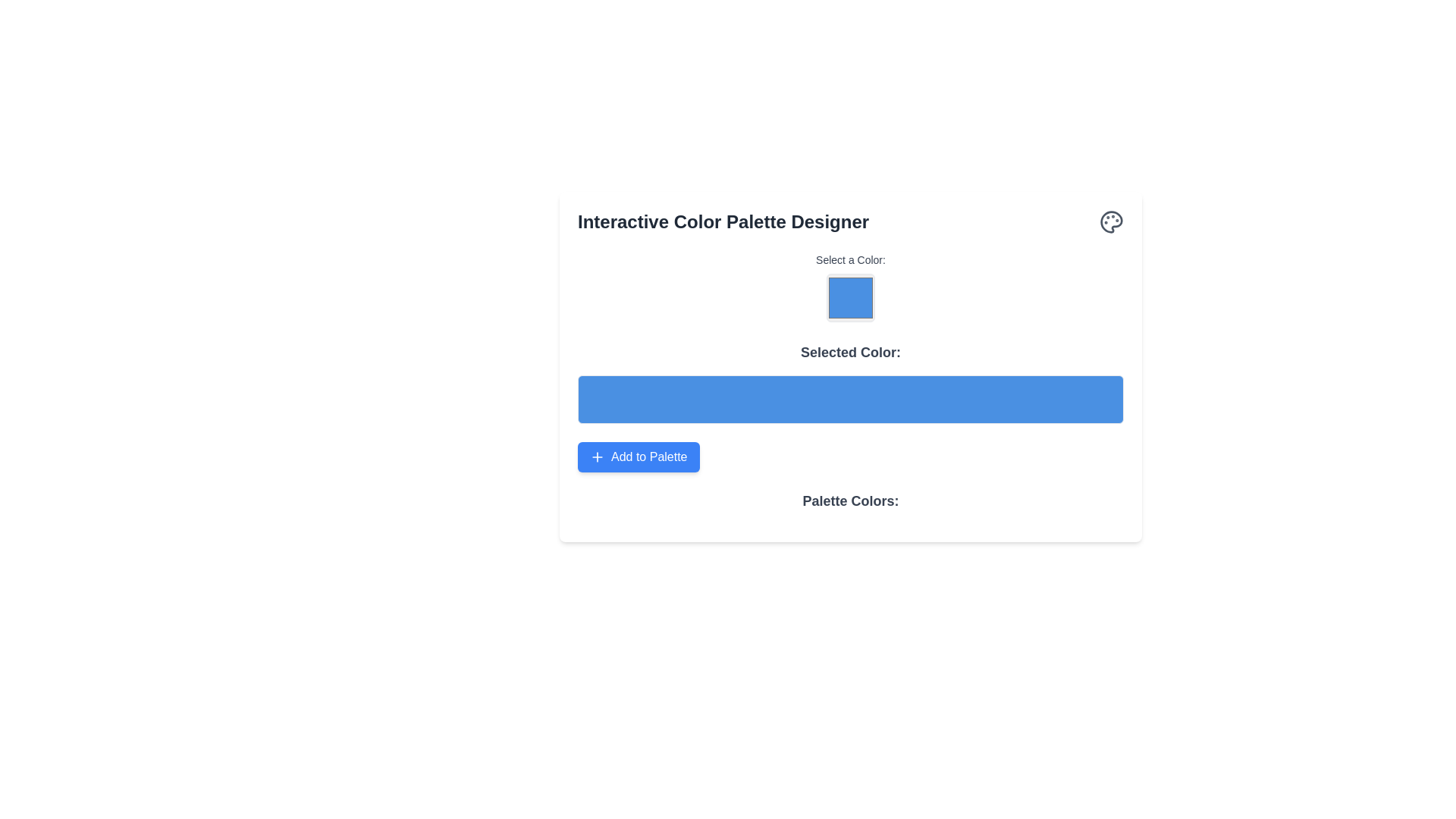 Image resolution: width=1456 pixels, height=819 pixels. Describe the element at coordinates (596, 456) in the screenshot. I see `the add icon located inside the 'Add to Palette' button, positioned to the left of the text label` at that location.